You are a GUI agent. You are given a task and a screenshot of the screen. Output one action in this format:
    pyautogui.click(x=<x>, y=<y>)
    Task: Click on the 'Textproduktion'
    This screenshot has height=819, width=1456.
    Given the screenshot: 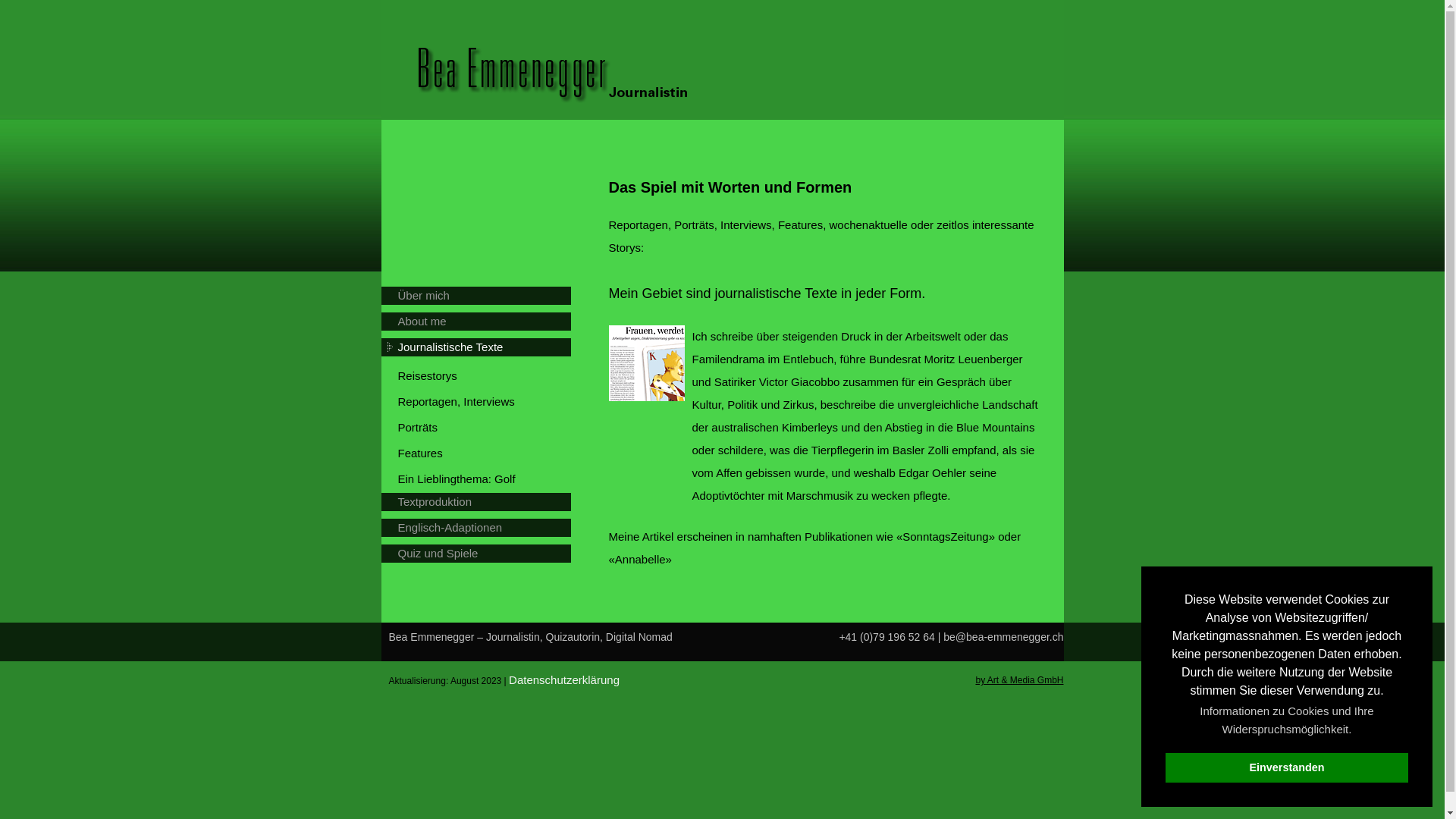 What is the action you would take?
    pyautogui.click(x=481, y=502)
    